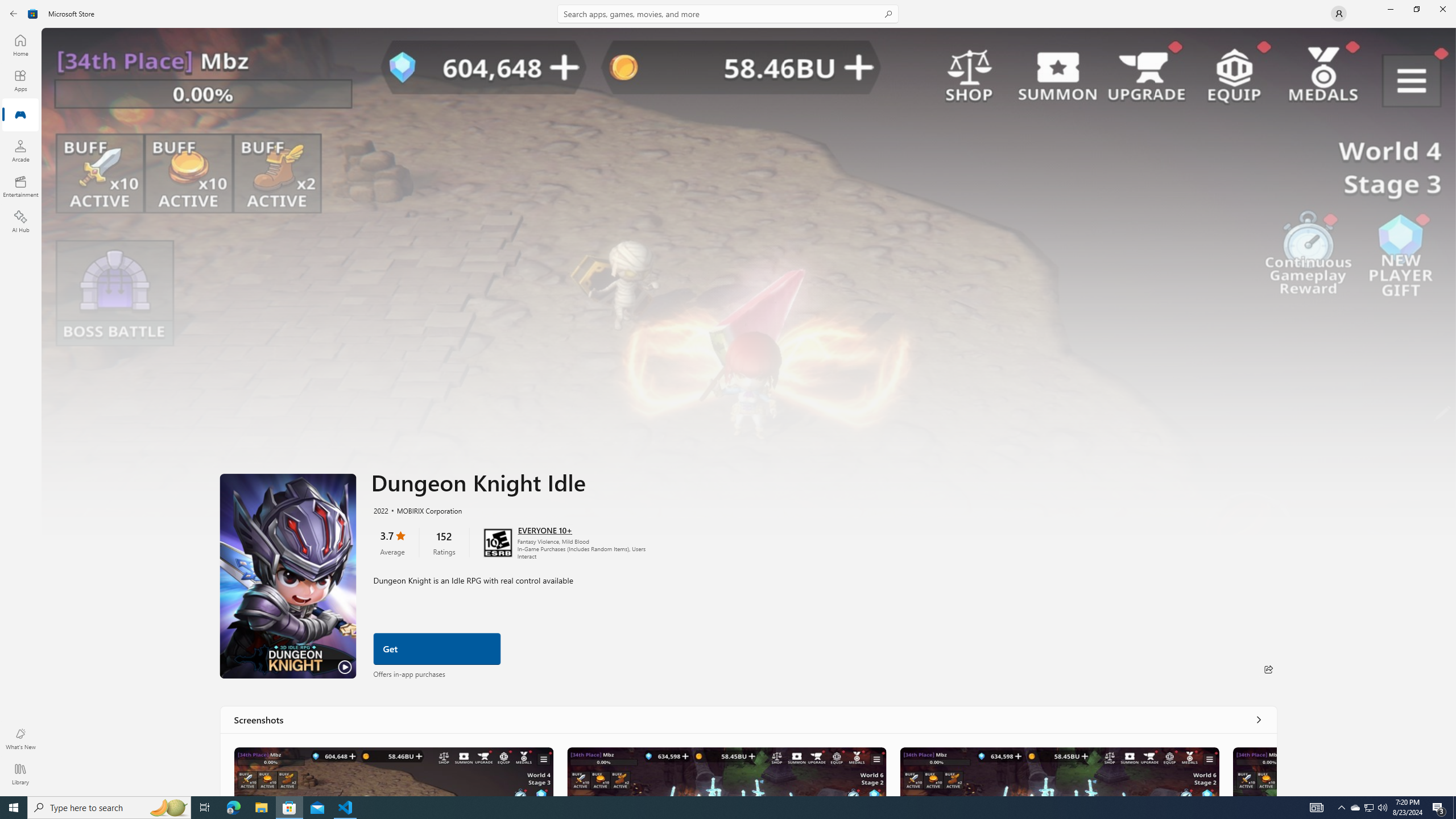  I want to click on 'Search', so click(728, 13).